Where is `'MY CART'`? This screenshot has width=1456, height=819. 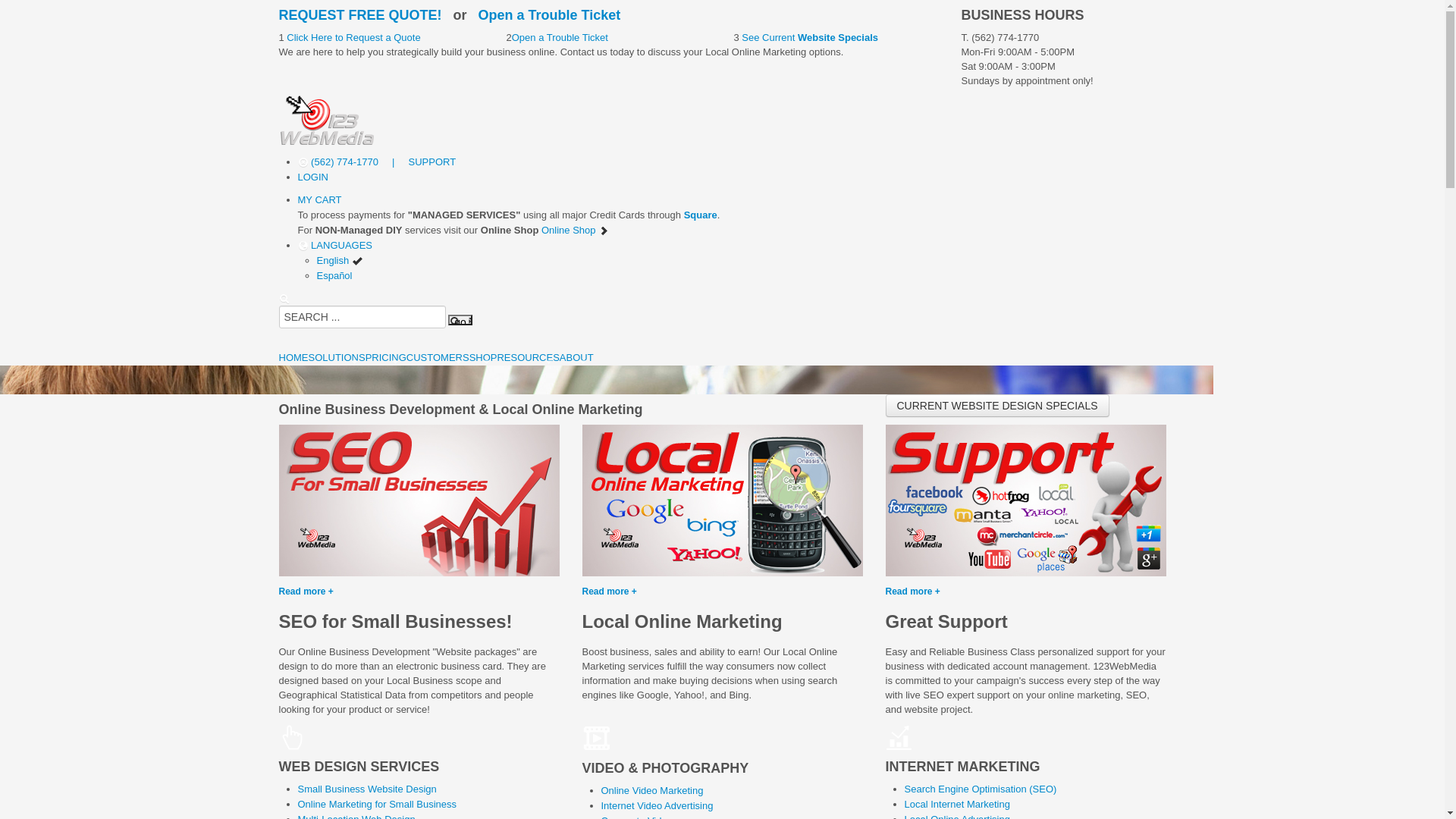
'MY CART' is located at coordinates (297, 199).